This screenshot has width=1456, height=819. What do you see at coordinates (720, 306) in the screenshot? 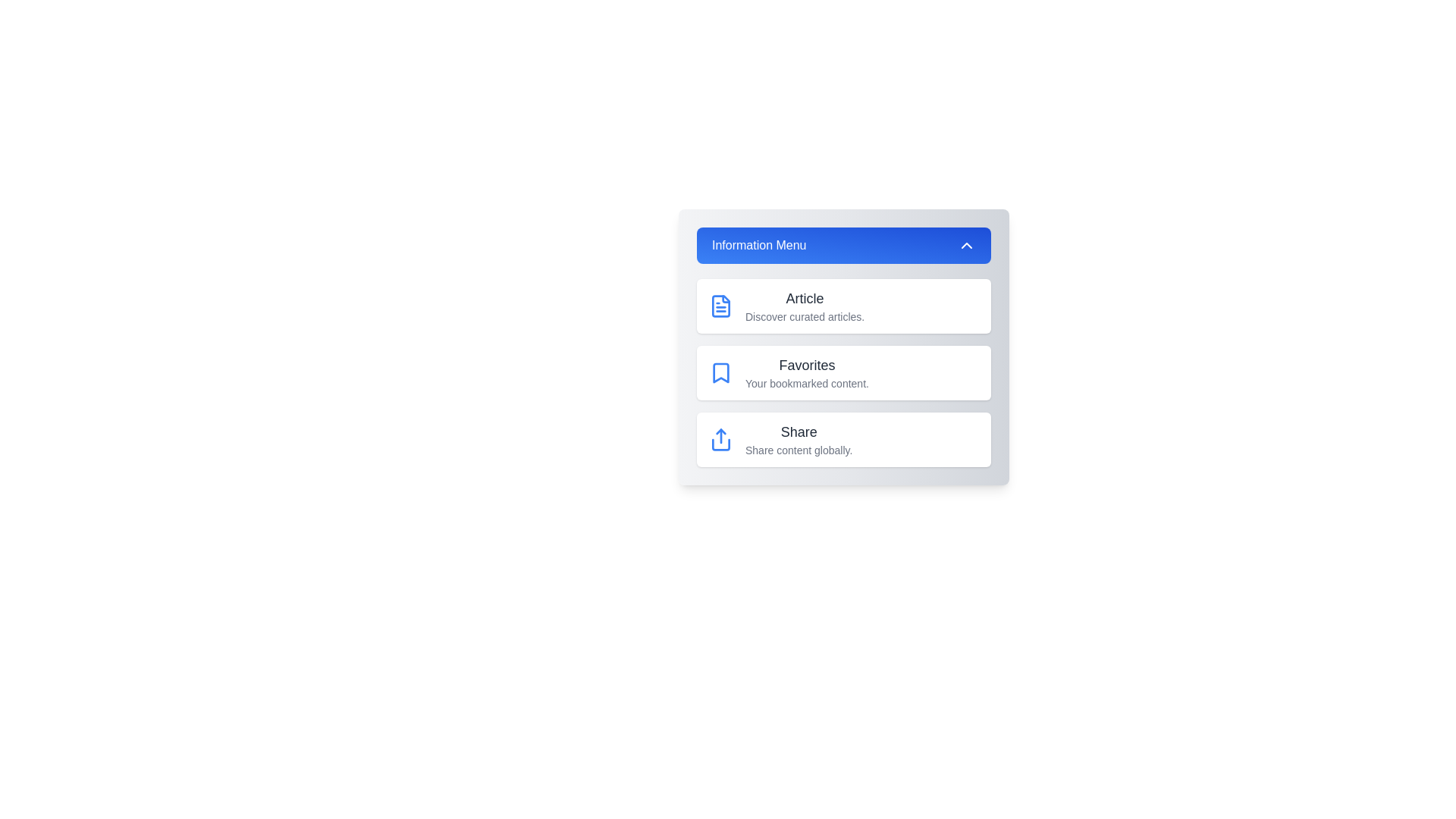
I see `the menu item corresponding to Article by clicking on its icon` at bounding box center [720, 306].